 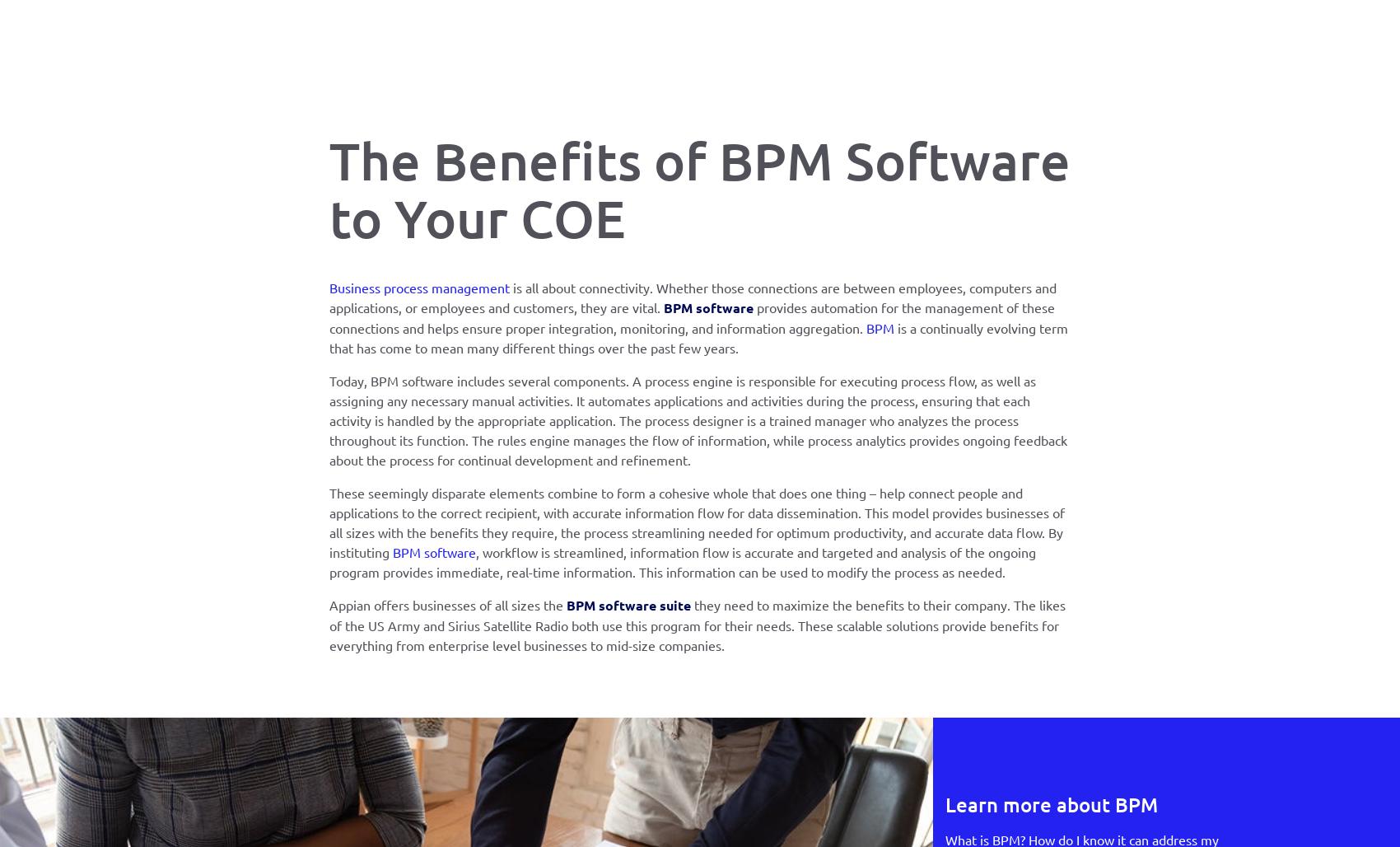 What do you see at coordinates (1027, 552) in the screenshot?
I see `'Gartner® Emerging Tech Impact Radar: Hyperautomation 2023'` at bounding box center [1027, 552].